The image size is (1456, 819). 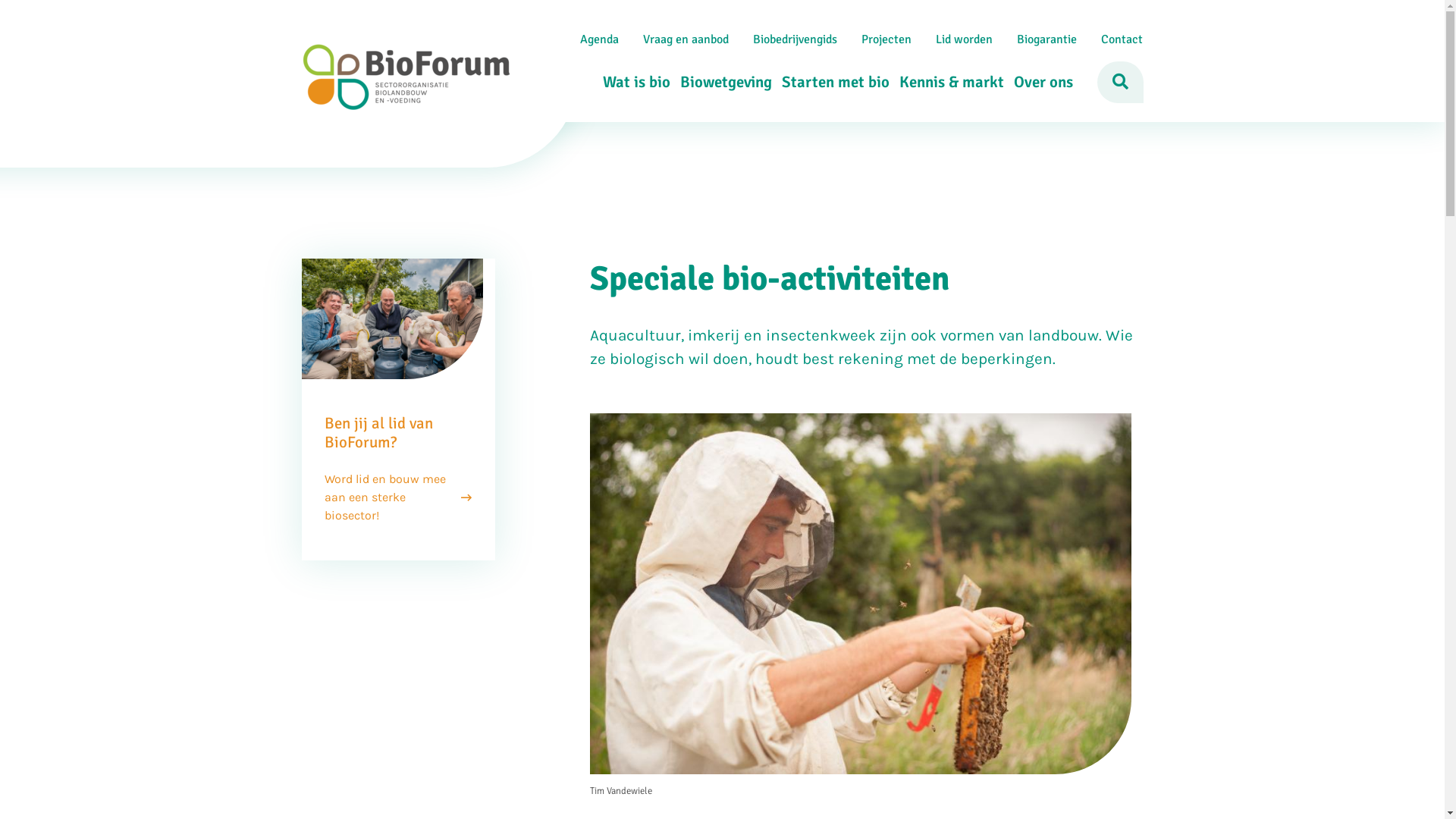 What do you see at coordinates (630, 38) in the screenshot?
I see `'Vraag en aanbod'` at bounding box center [630, 38].